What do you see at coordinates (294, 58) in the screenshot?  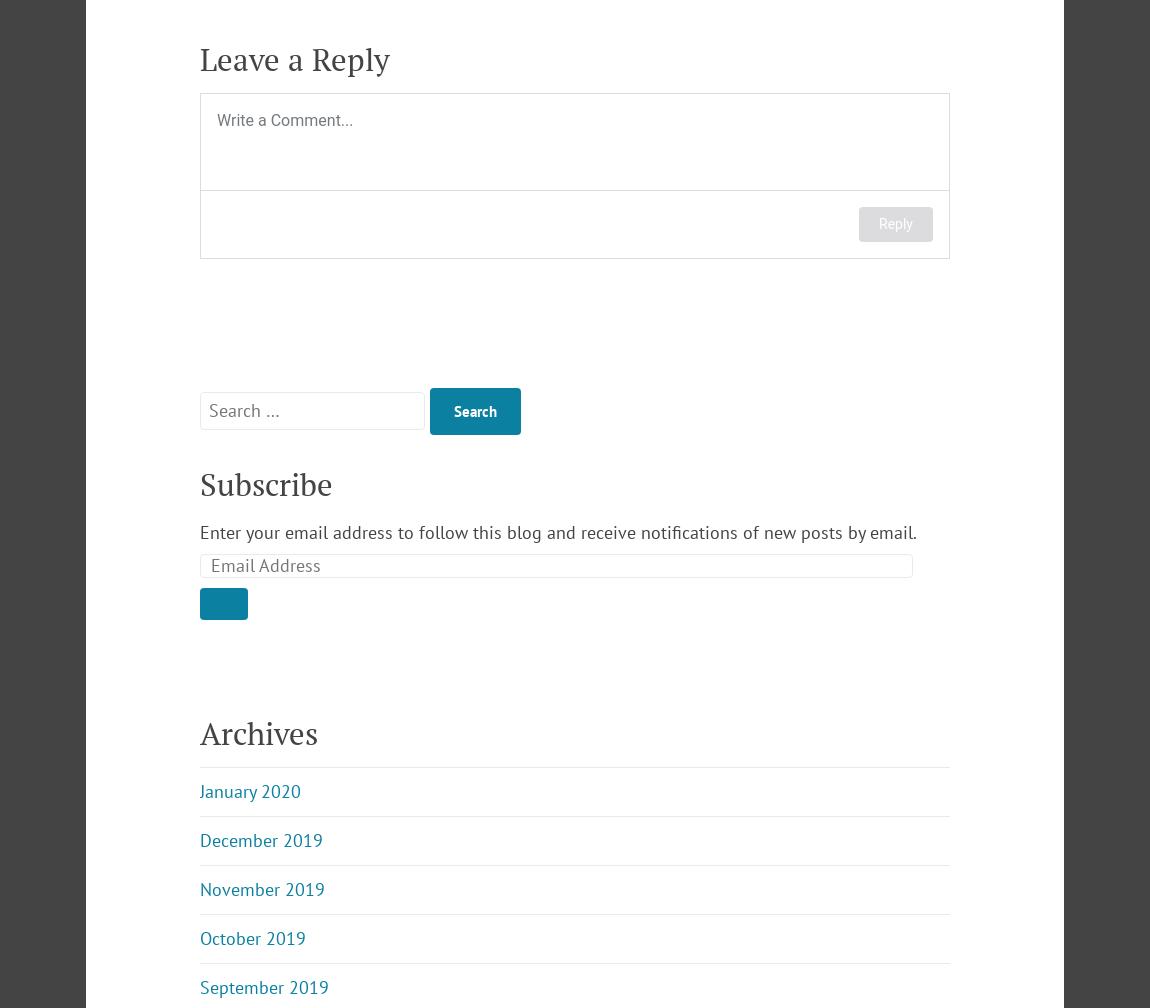 I see `'Leave a Reply'` at bounding box center [294, 58].